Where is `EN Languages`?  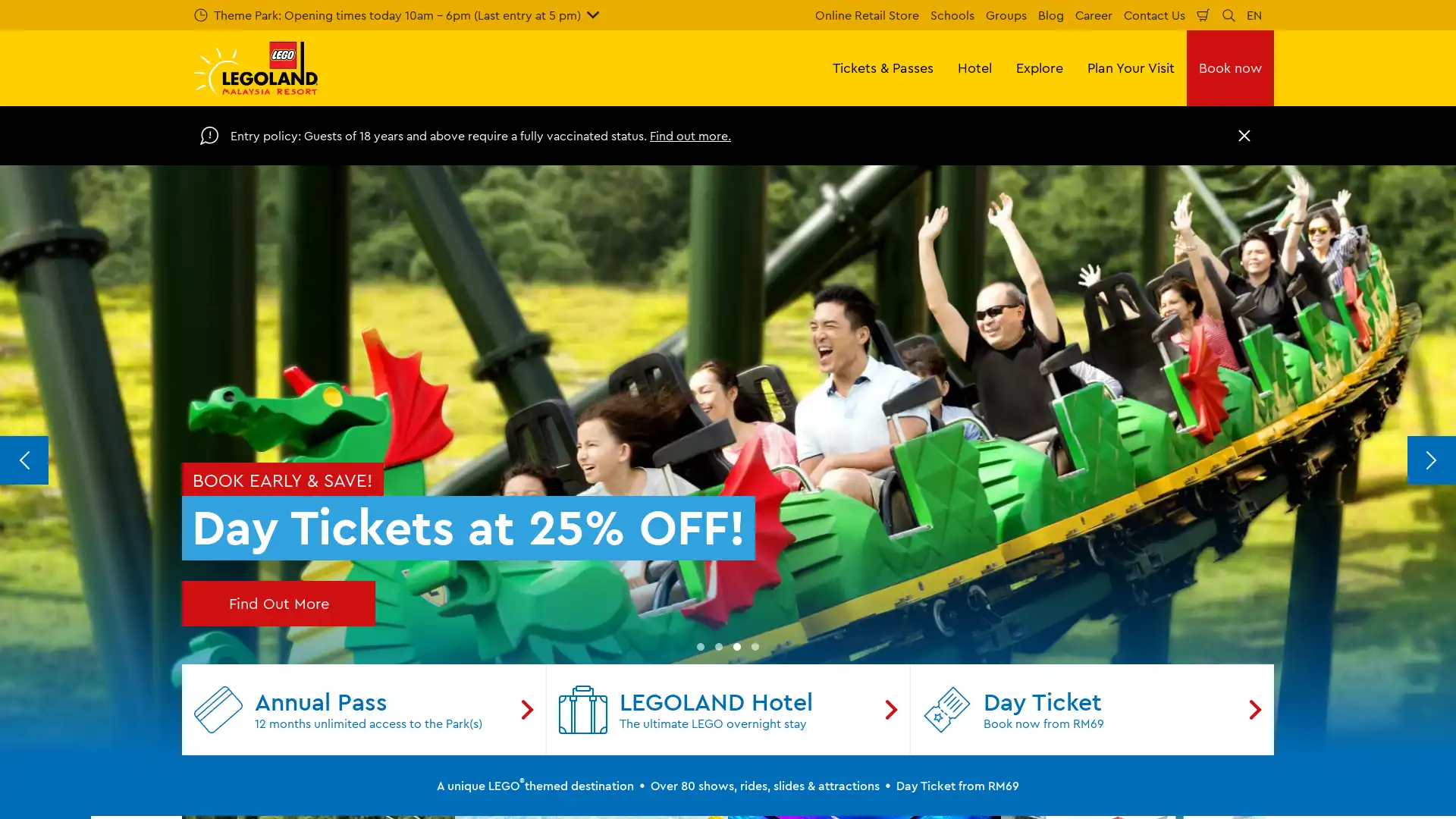 EN Languages is located at coordinates (1254, 14).